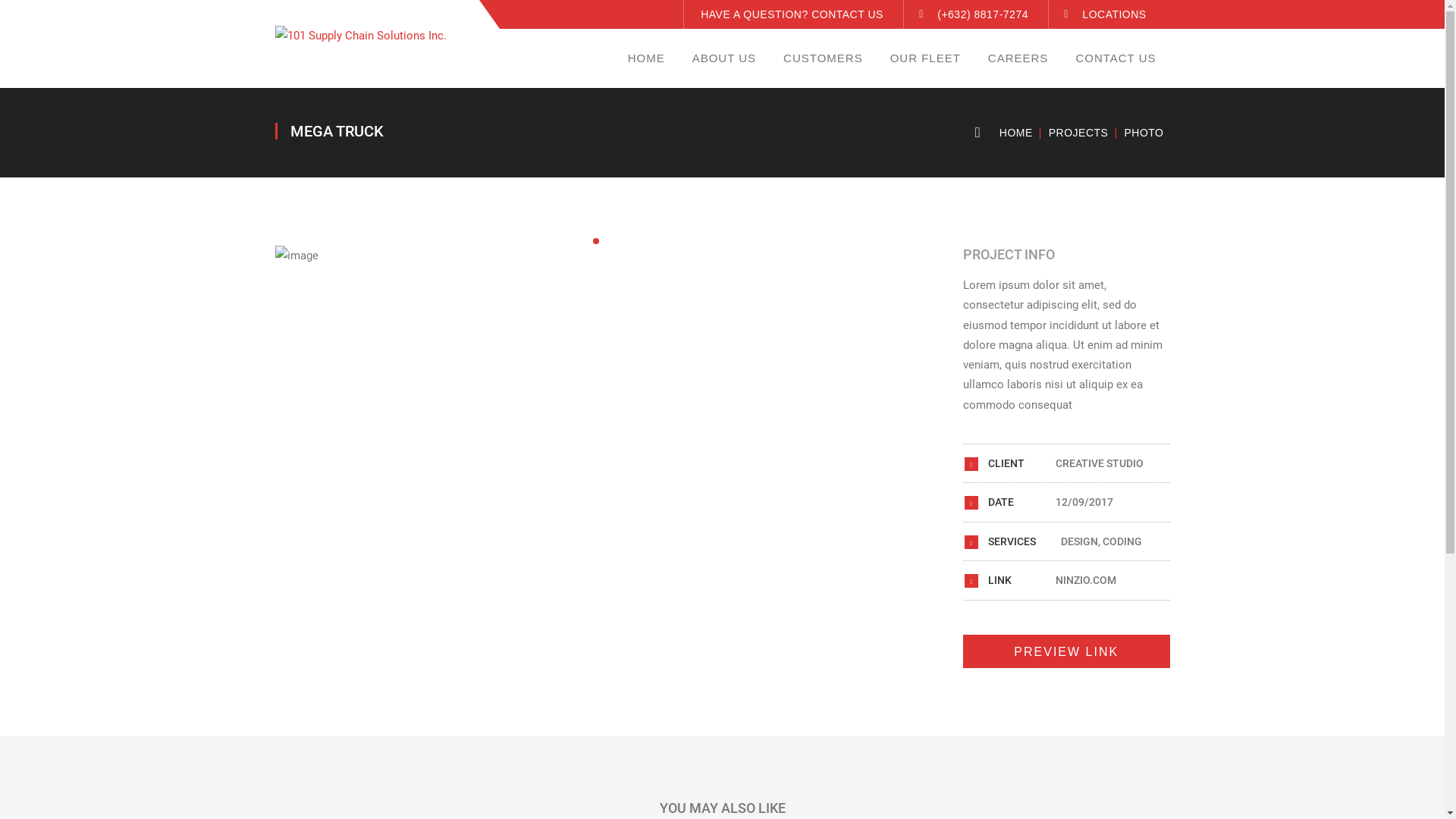 Image resolution: width=1456 pixels, height=819 pixels. What do you see at coordinates (1065, 651) in the screenshot?
I see `'PREVIEW LINK'` at bounding box center [1065, 651].